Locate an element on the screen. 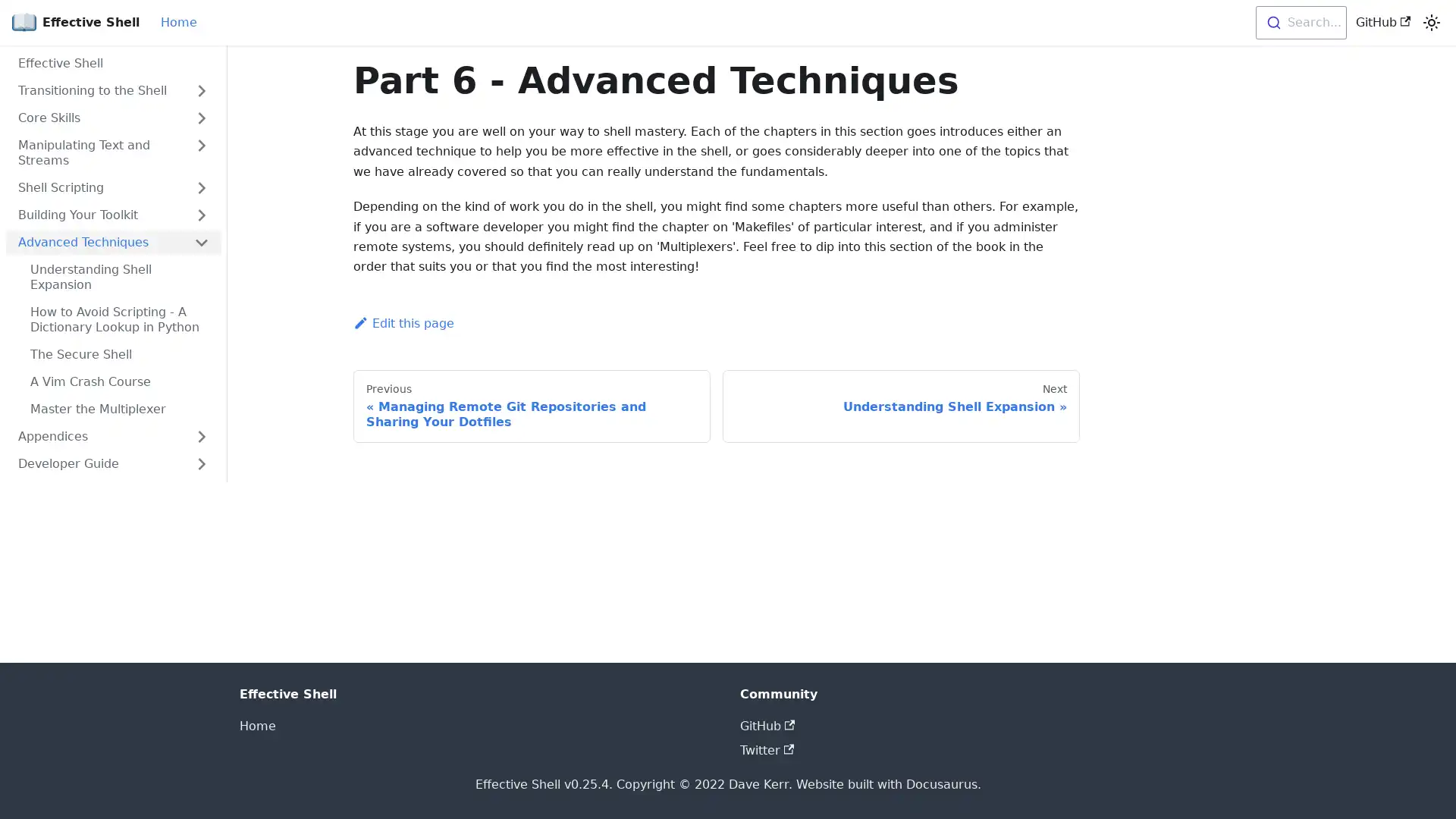 The height and width of the screenshot is (819, 1456). Toggle the collapsible sidebar category 'Building Your Toolkit' is located at coordinates (200, 215).